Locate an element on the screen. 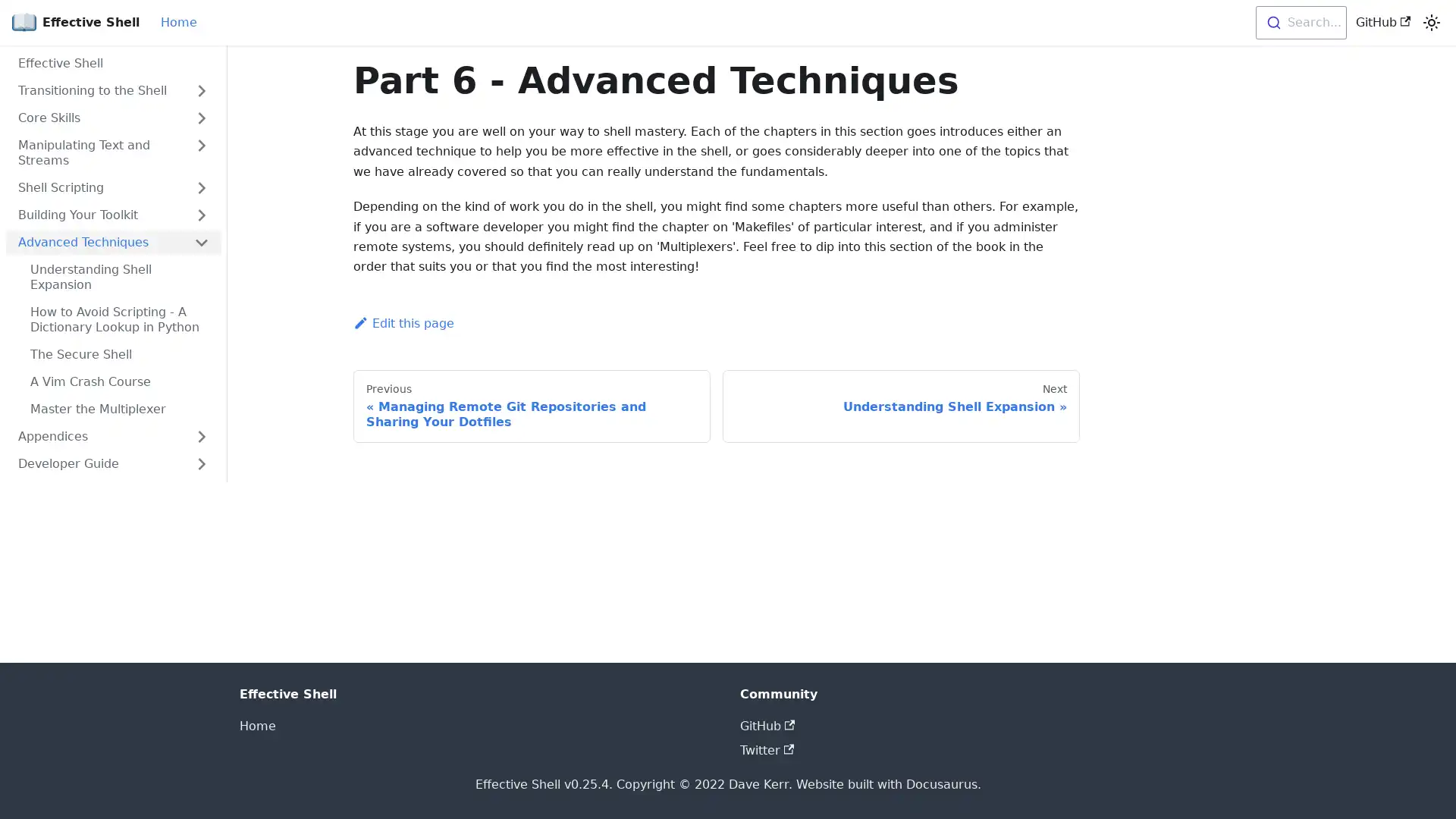 The height and width of the screenshot is (819, 1456). Toggle the collapsible sidebar category 'Building Your Toolkit' is located at coordinates (200, 215).